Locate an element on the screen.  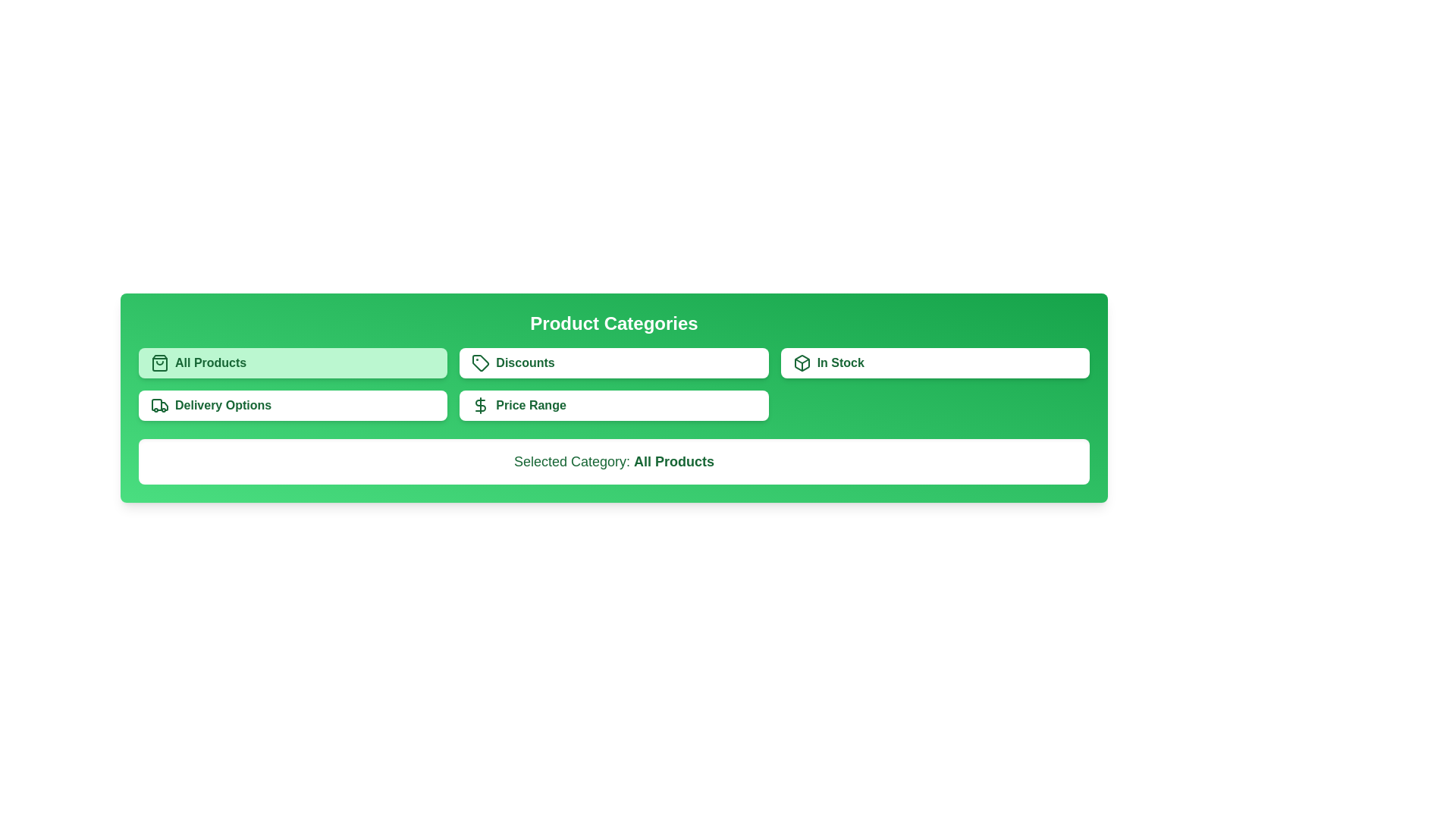
the fourth button in the grid layout that allows users is located at coordinates (293, 405).